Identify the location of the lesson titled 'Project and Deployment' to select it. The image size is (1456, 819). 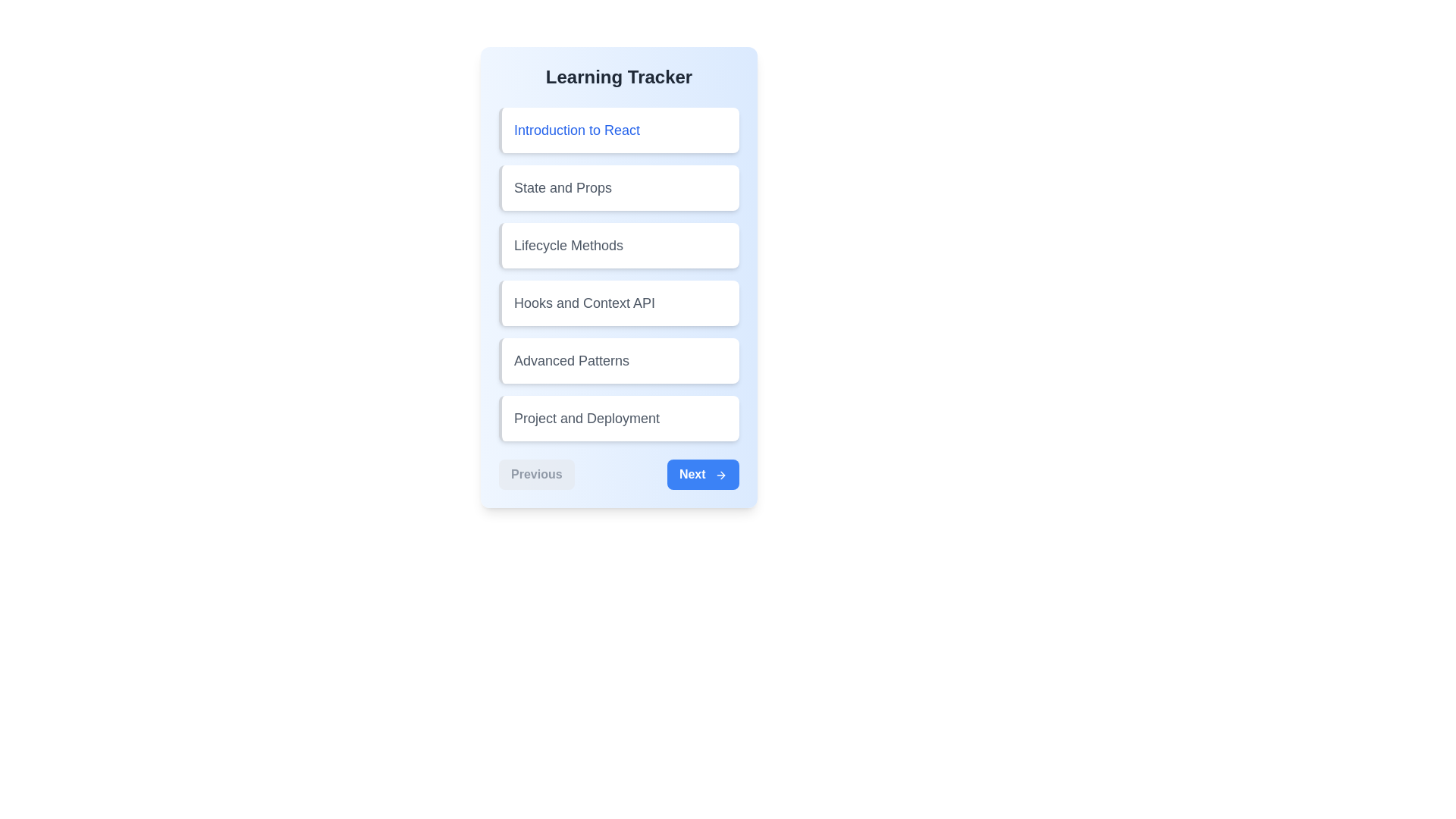
(619, 418).